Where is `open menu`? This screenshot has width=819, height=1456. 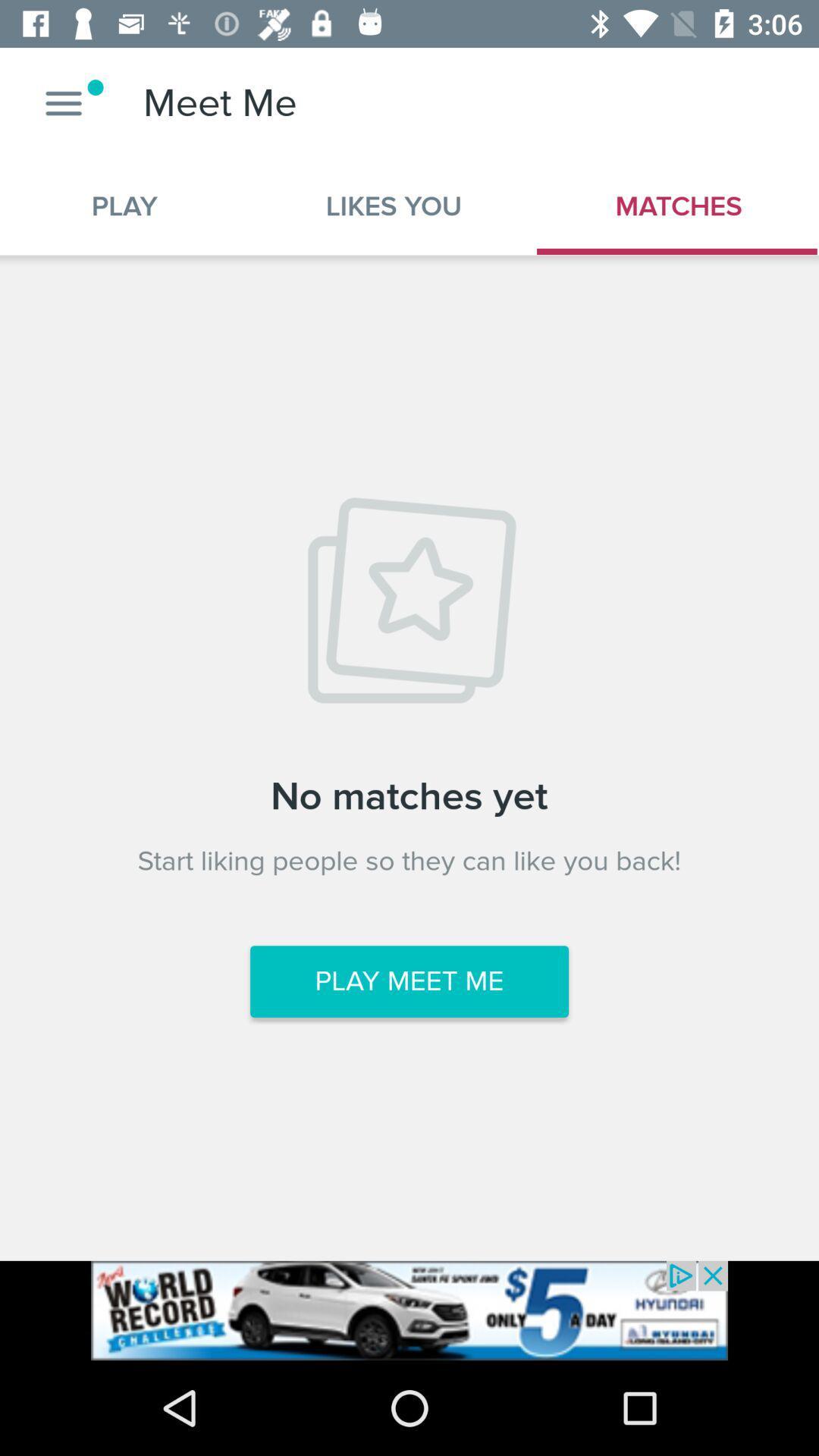
open menu is located at coordinates (63, 102).